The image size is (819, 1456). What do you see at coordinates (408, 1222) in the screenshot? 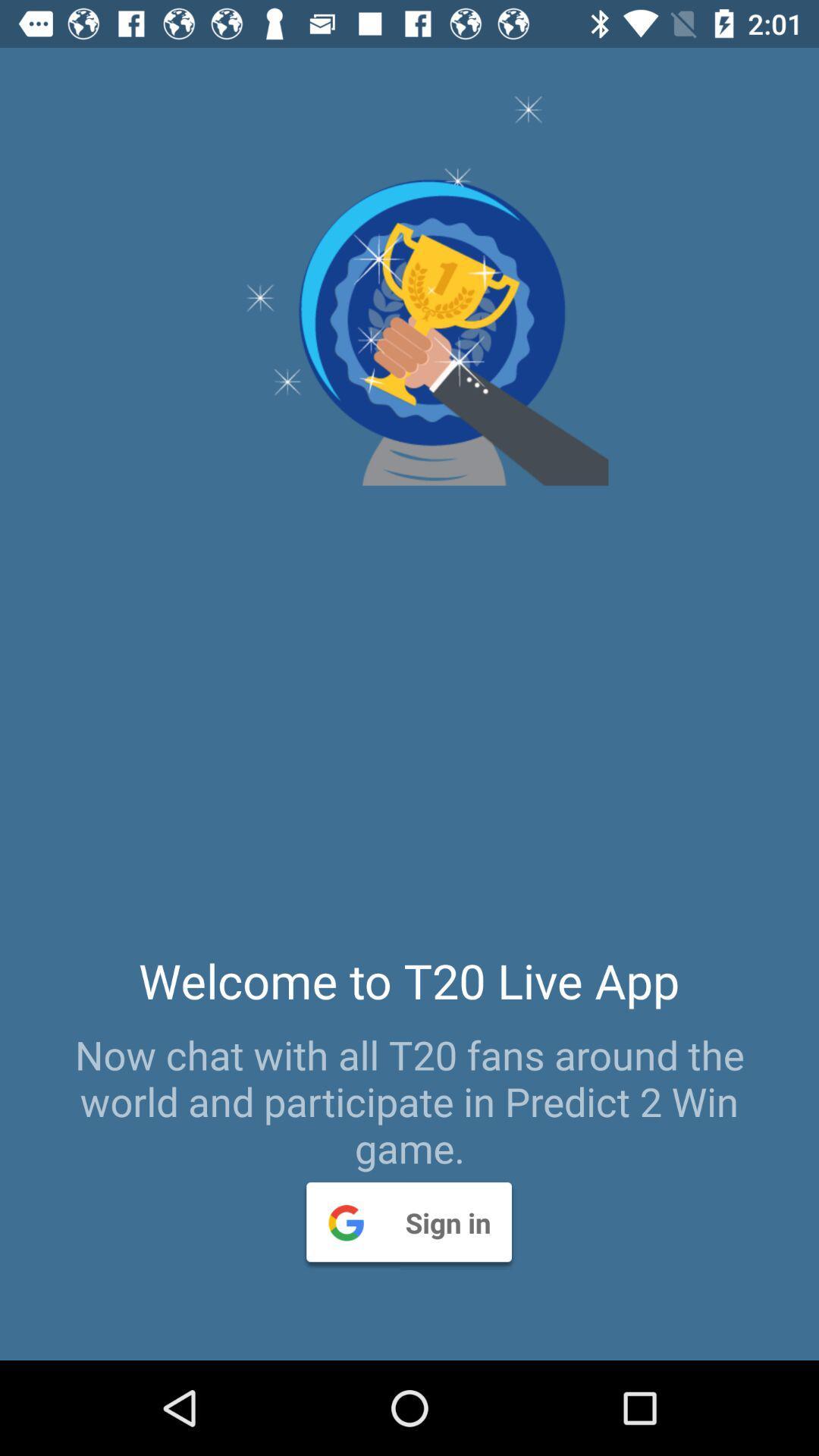
I see `the sign in item` at bounding box center [408, 1222].